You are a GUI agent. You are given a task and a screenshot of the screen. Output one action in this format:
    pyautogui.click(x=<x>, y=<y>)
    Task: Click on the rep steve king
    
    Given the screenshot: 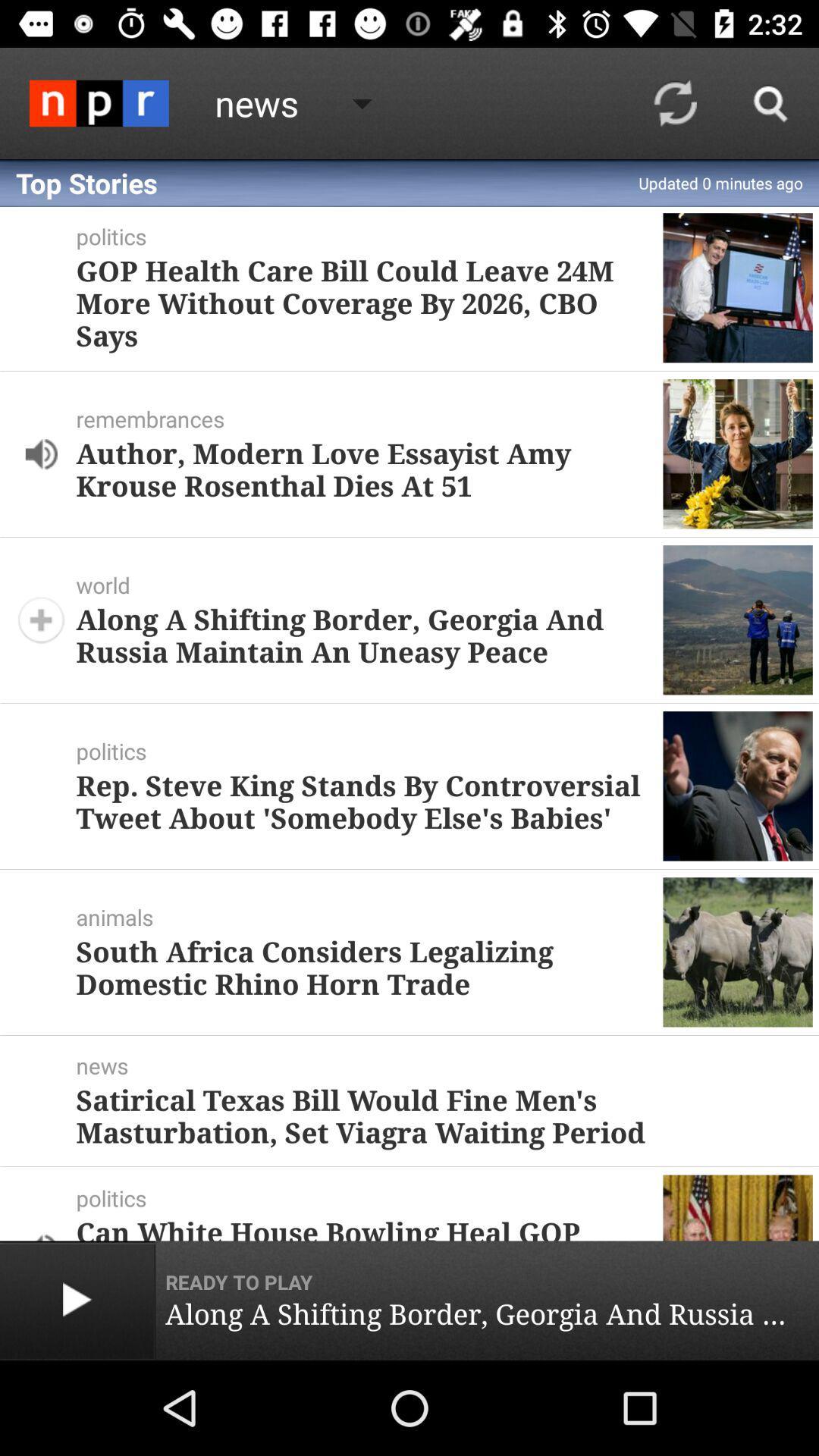 What is the action you would take?
    pyautogui.click(x=363, y=800)
    